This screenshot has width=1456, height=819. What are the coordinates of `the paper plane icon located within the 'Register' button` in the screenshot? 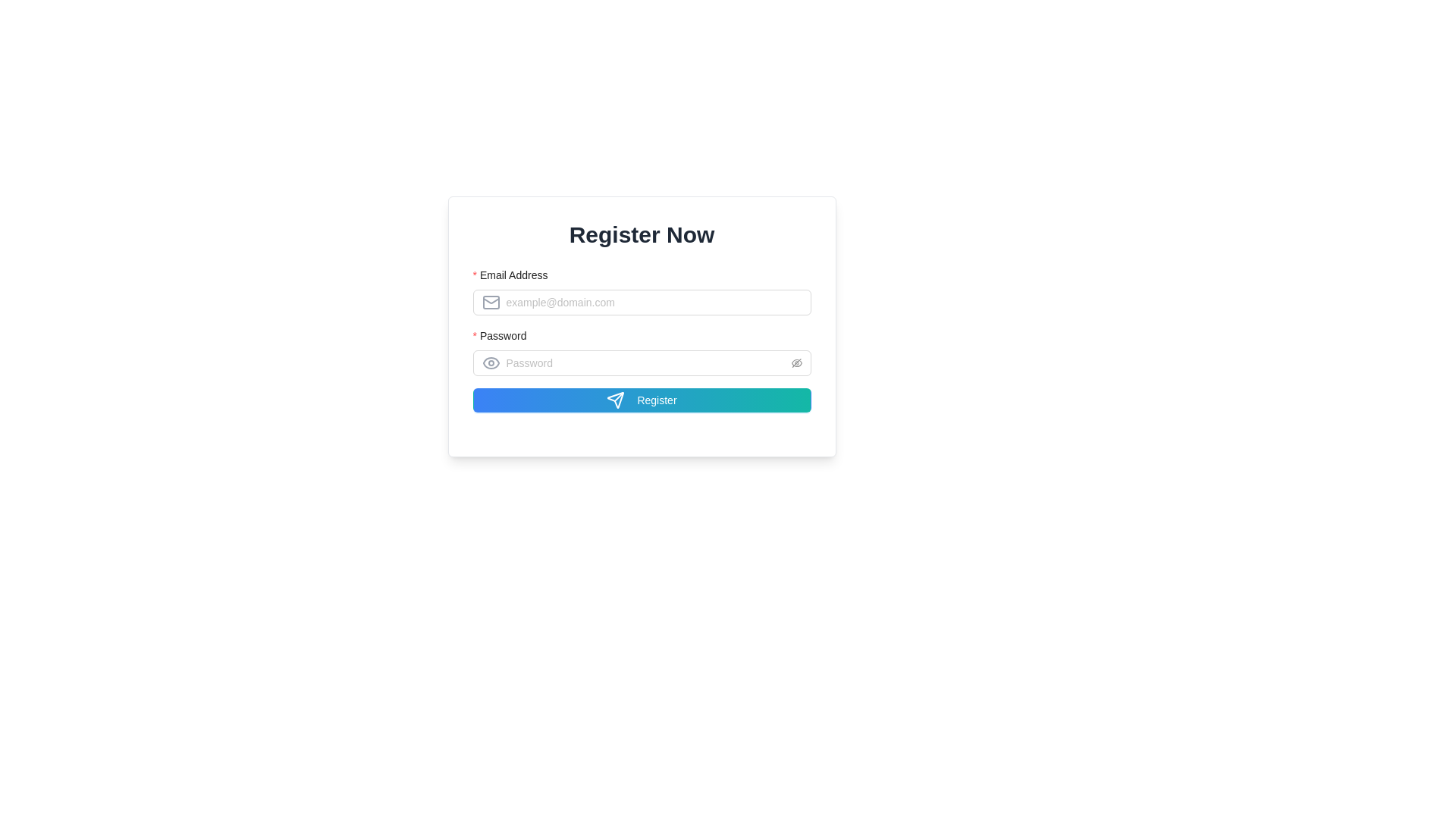 It's located at (616, 400).